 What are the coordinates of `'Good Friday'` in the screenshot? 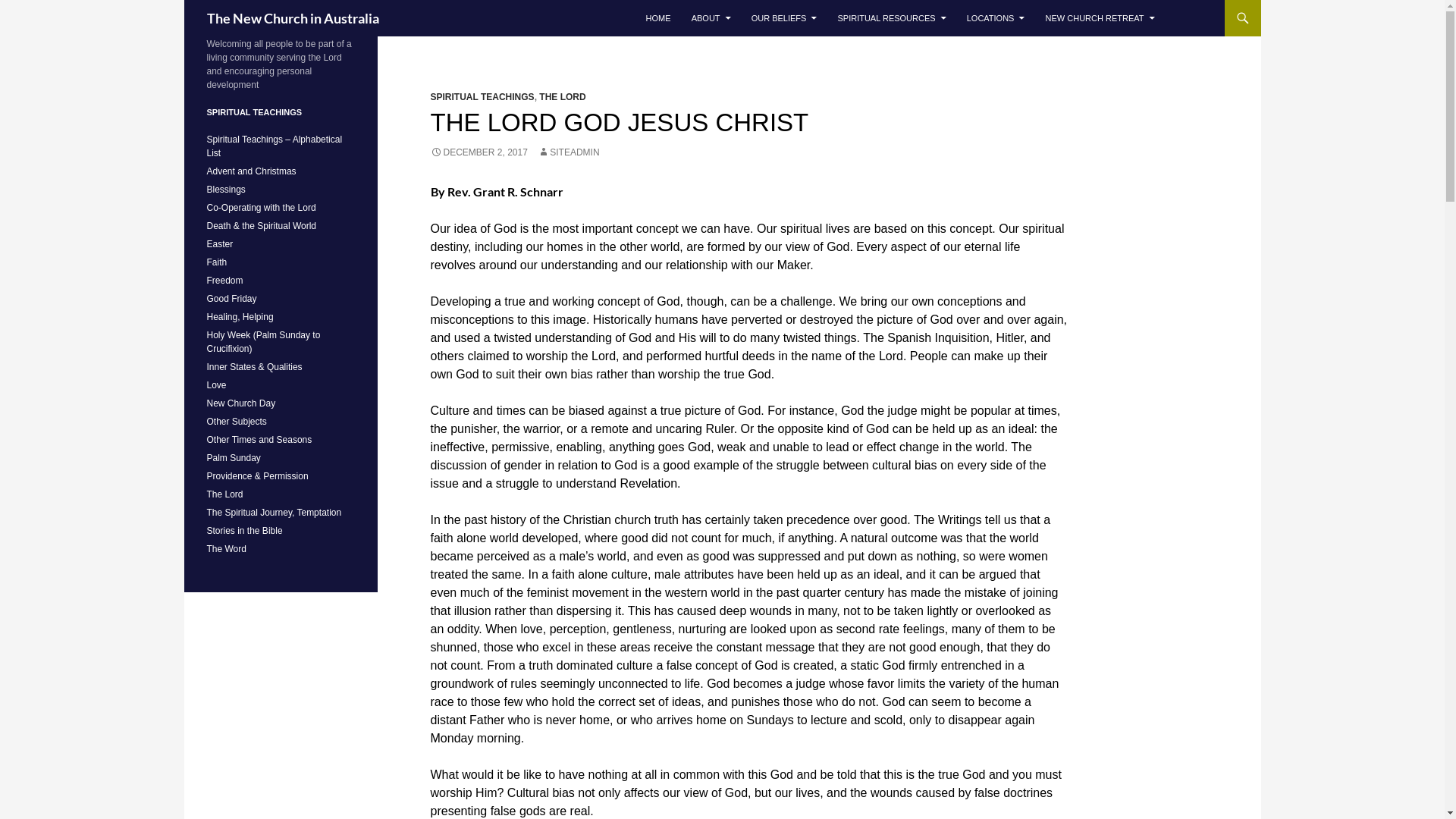 It's located at (206, 298).